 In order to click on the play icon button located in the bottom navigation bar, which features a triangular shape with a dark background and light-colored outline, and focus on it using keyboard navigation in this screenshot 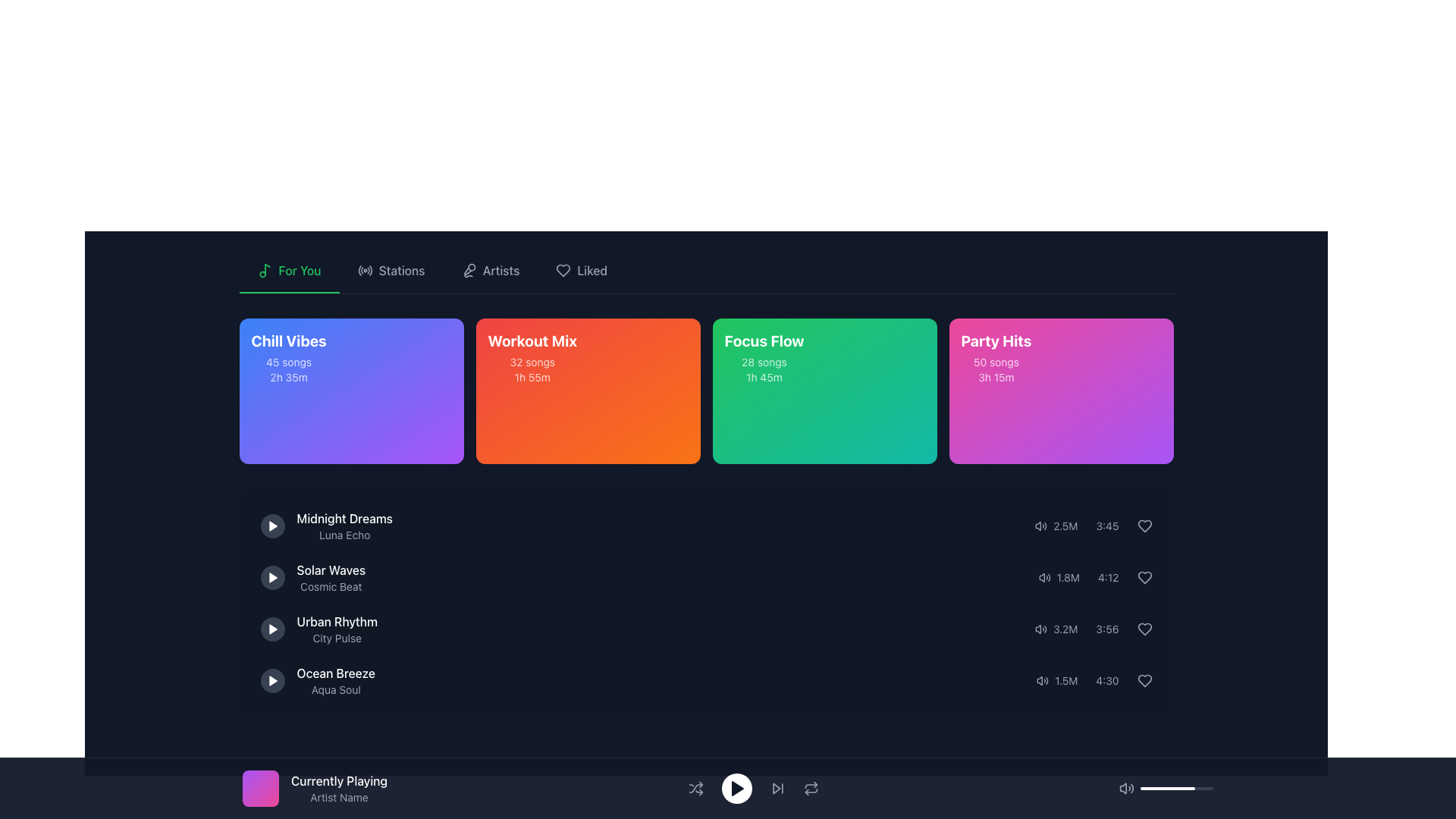, I will do `click(736, 788)`.